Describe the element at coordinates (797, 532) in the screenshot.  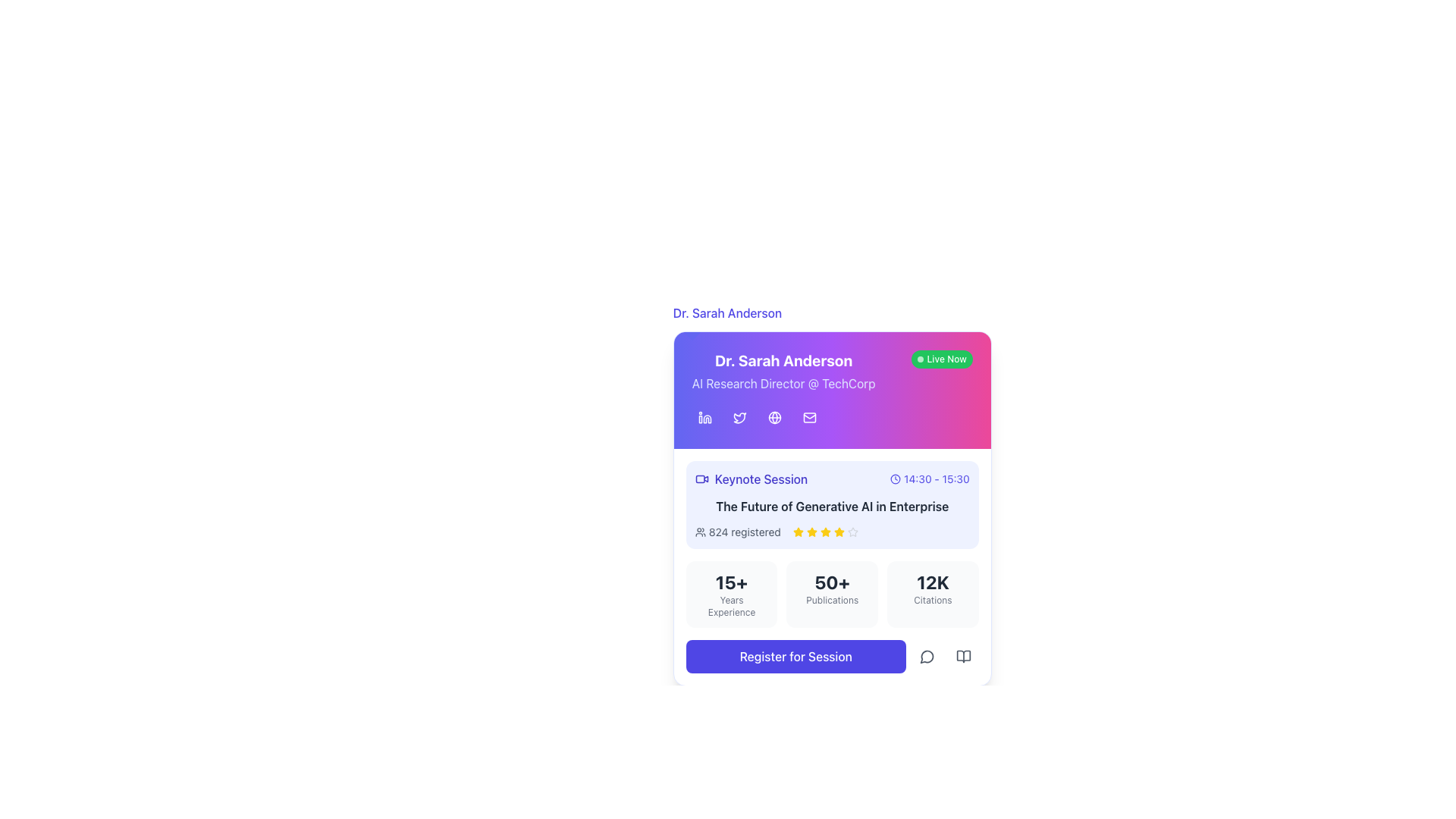
I see `the first yellow star icon in the rating group, which is visually highlighted and distinct from the gray stars` at that location.